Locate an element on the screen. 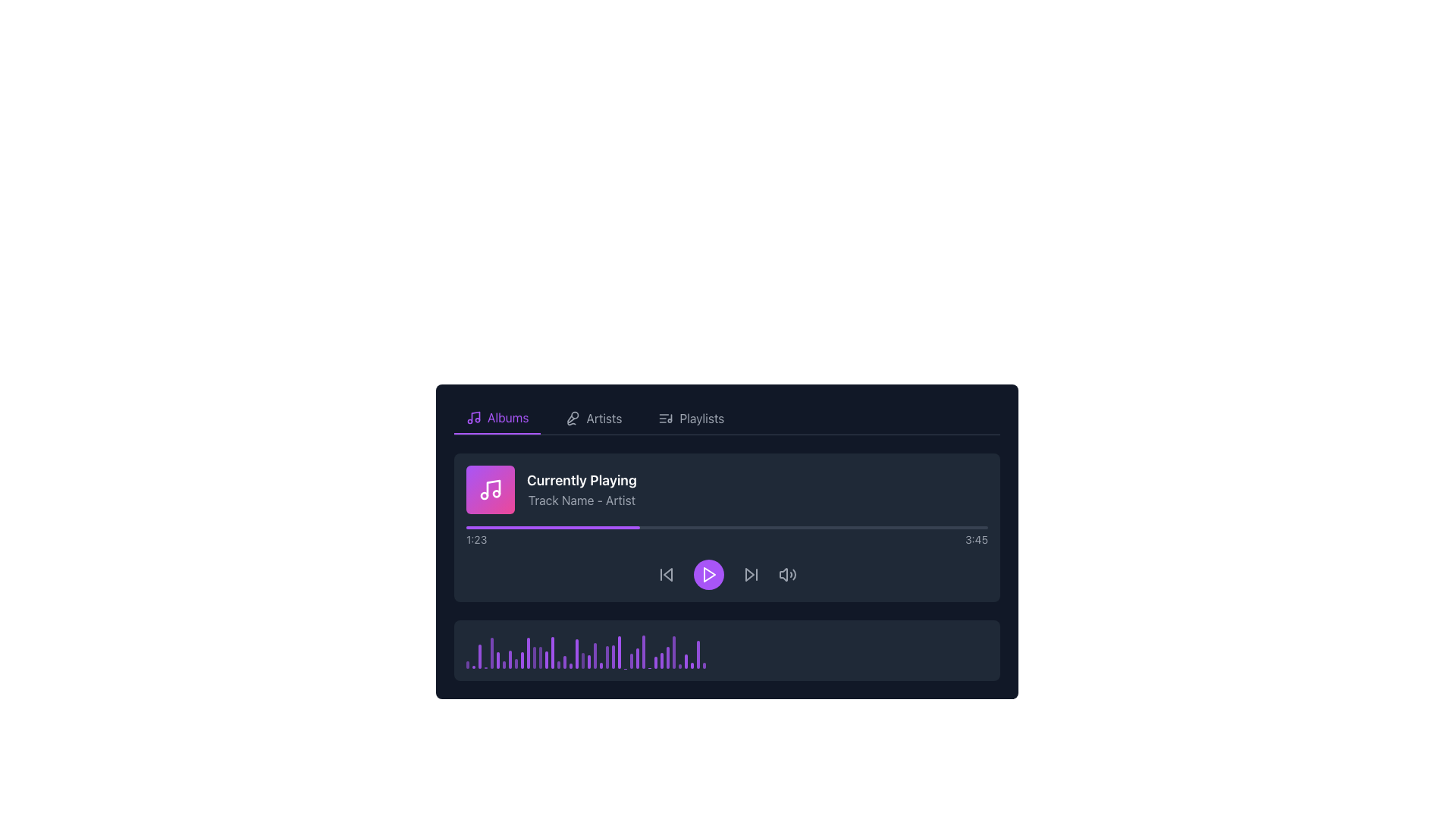  the 16th vertical bar in the audio level visualization of the media player interface is located at coordinates (558, 664).